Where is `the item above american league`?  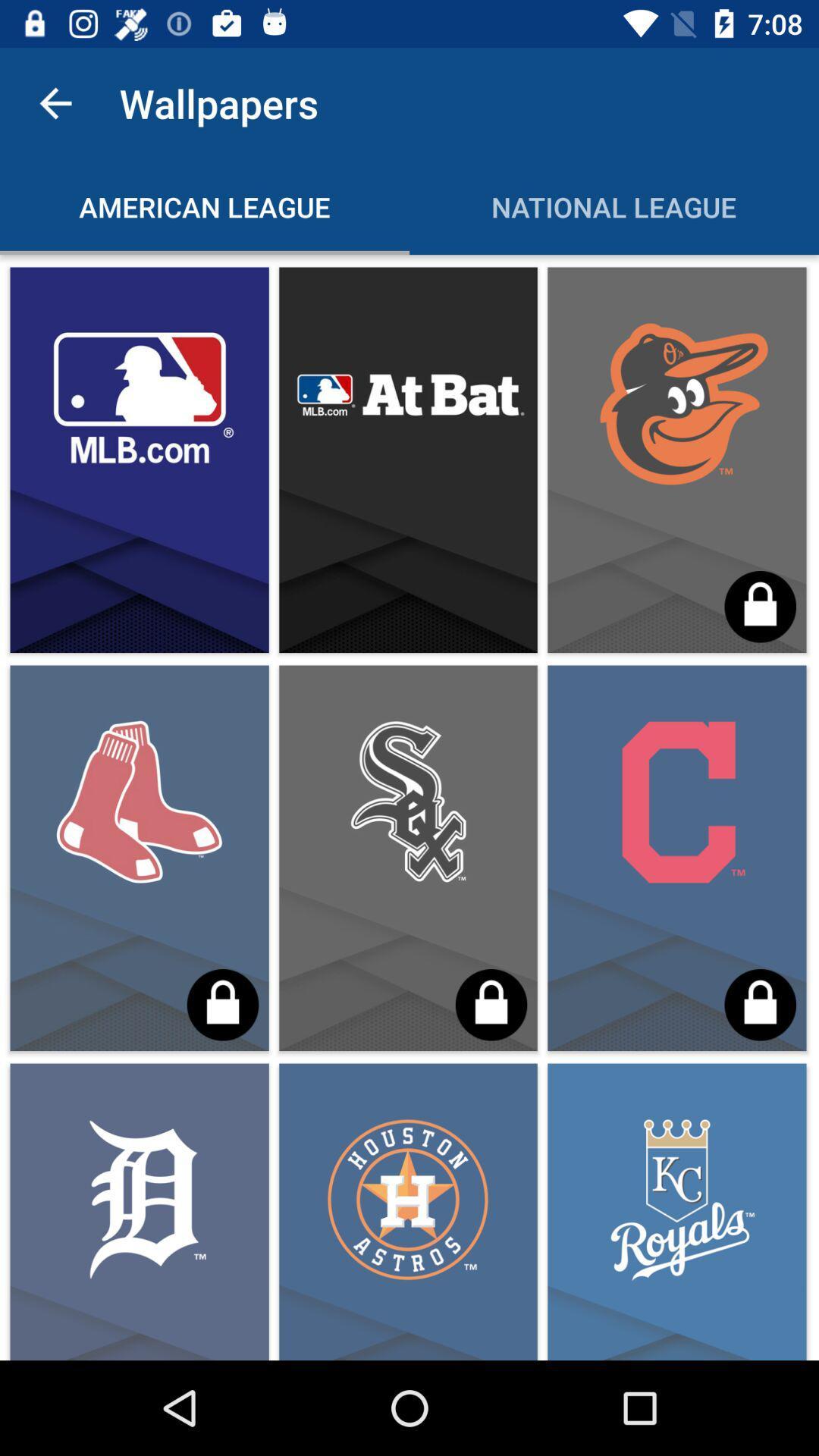
the item above american league is located at coordinates (55, 102).